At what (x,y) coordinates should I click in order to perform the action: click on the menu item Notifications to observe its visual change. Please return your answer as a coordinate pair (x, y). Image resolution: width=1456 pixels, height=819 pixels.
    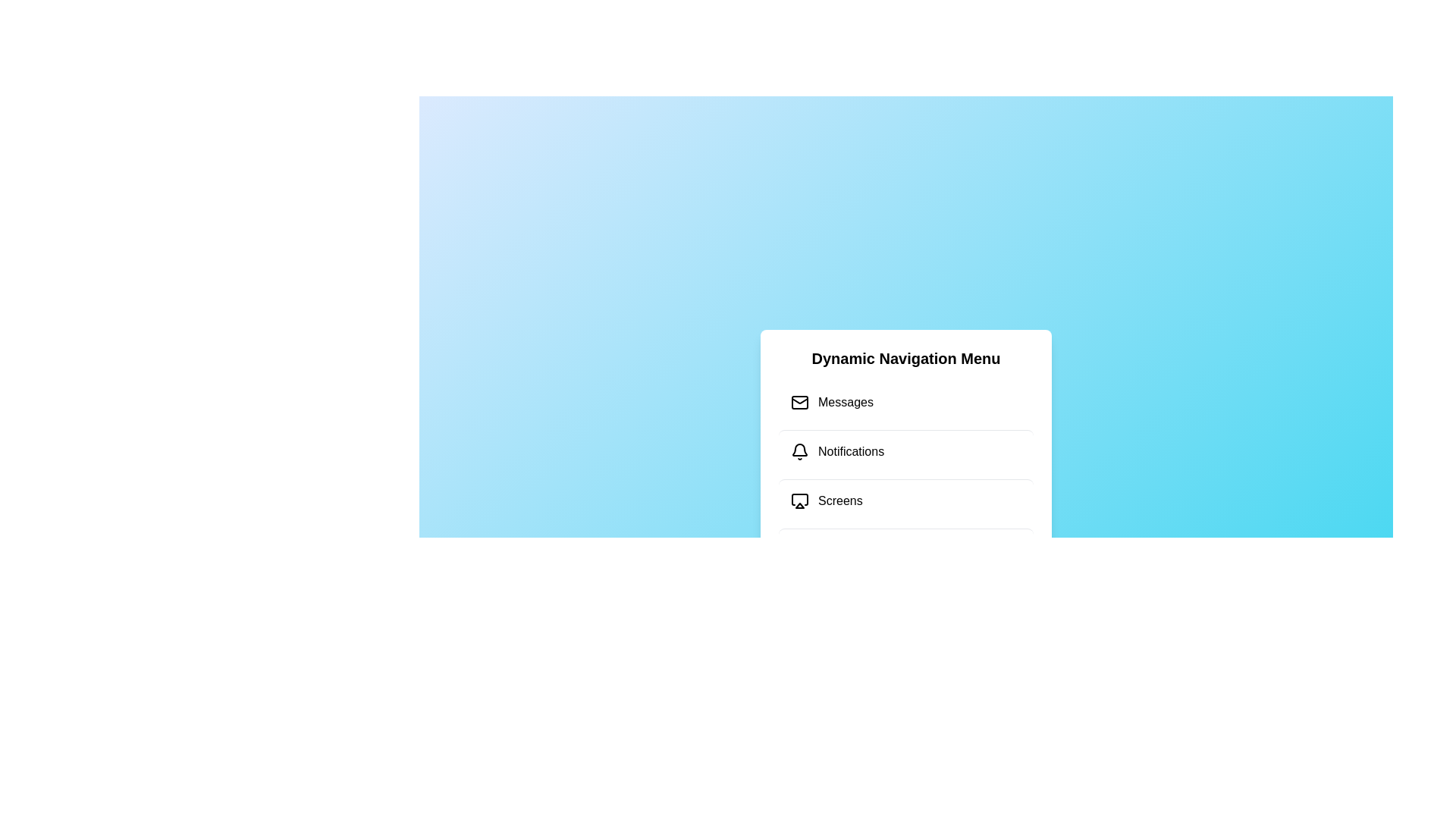
    Looking at the image, I should click on (906, 450).